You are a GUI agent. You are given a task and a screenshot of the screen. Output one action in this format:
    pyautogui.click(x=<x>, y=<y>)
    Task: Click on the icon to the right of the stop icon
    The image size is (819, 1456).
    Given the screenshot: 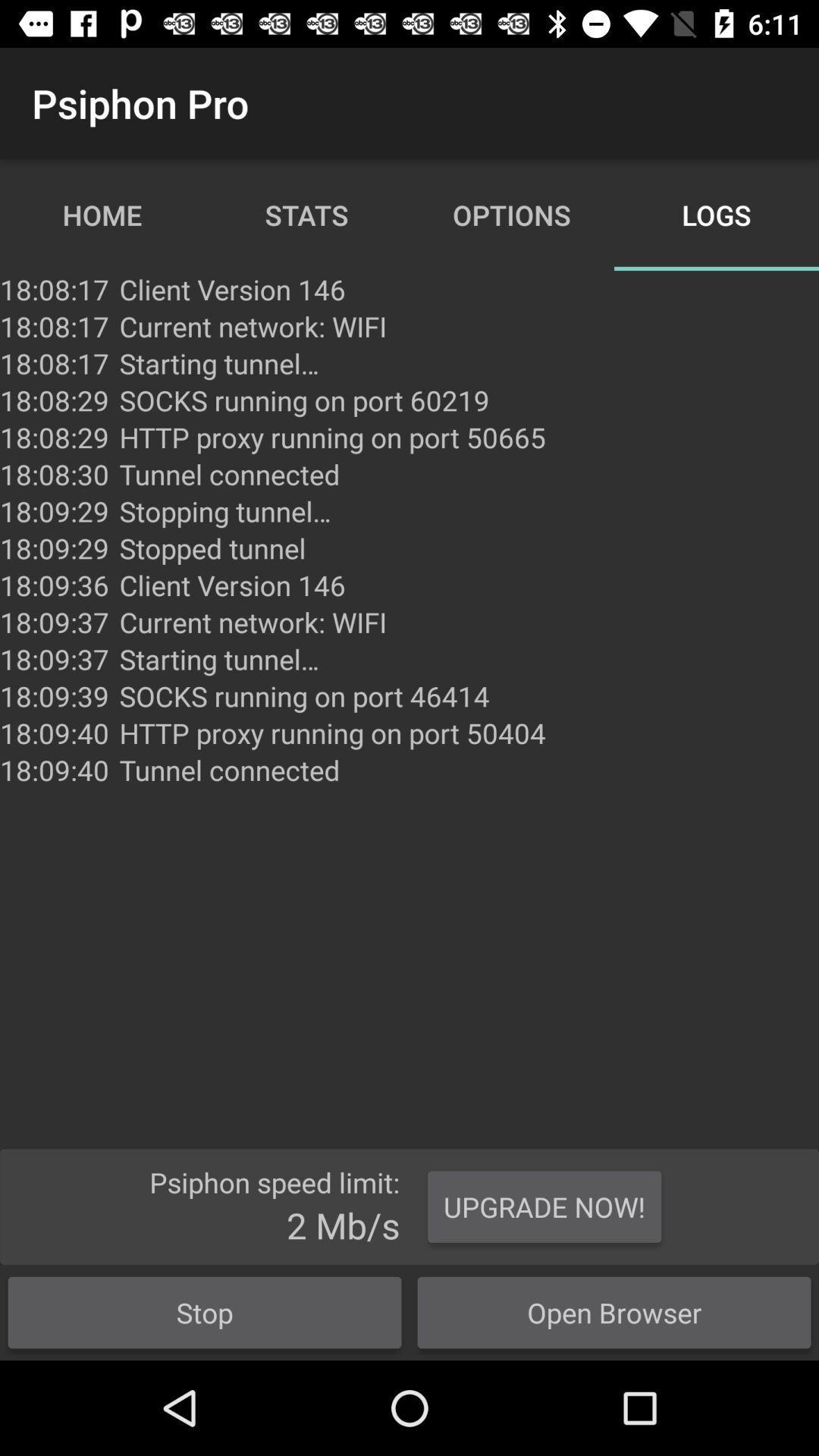 What is the action you would take?
    pyautogui.click(x=544, y=1206)
    